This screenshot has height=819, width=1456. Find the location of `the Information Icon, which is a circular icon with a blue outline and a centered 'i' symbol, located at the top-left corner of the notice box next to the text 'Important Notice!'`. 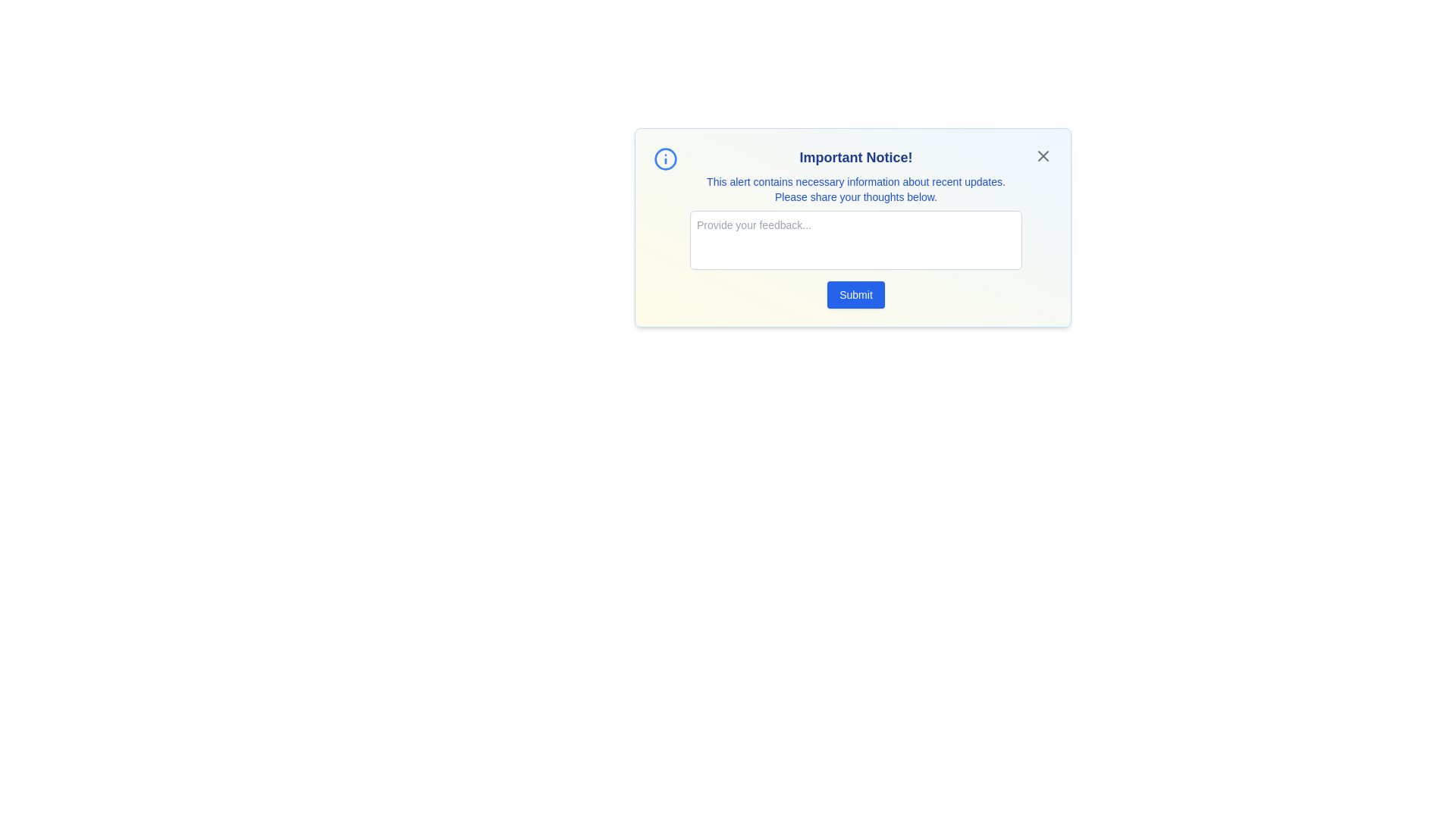

the Information Icon, which is a circular icon with a blue outline and a centered 'i' symbol, located at the top-left corner of the notice box next to the text 'Important Notice!' is located at coordinates (666, 158).